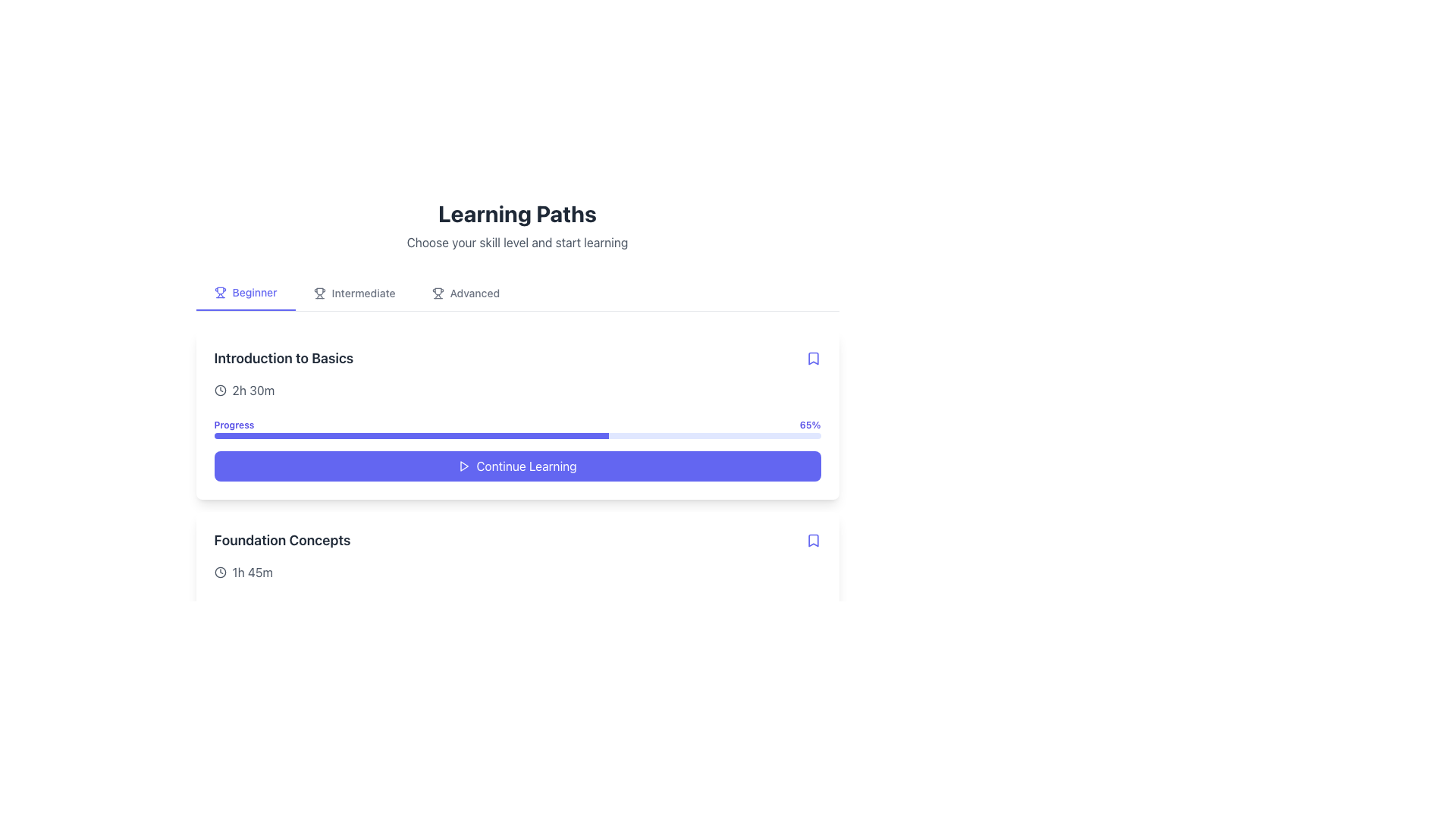 This screenshot has width=1456, height=819. I want to click on the clock icon SVG element, which features a circular outline and a clock hand design, located to the left of the text '2h 30m' under the 'Introduction to Basics' section, so click(219, 390).